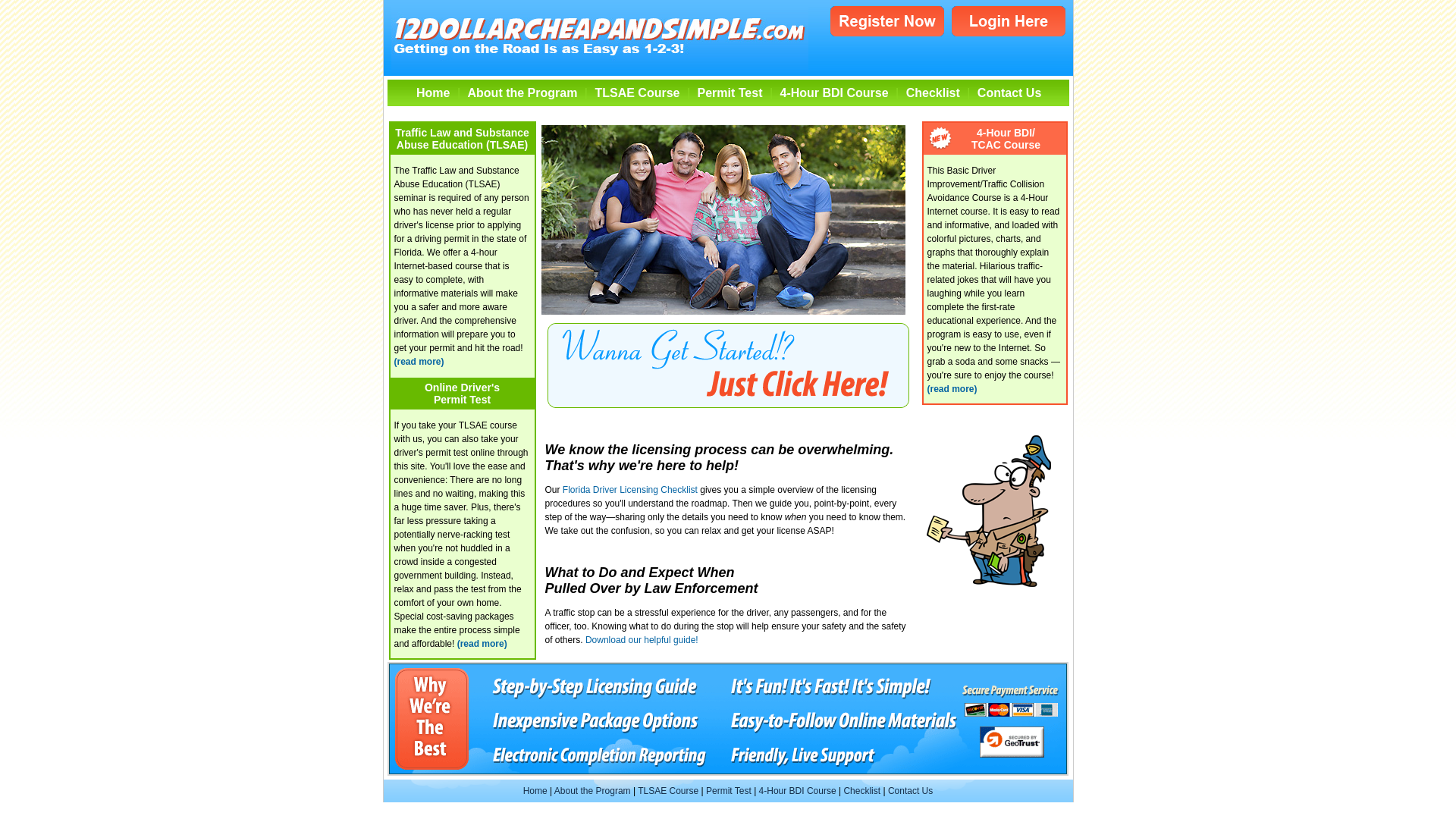  Describe the element at coordinates (482, 643) in the screenshot. I see `'(read more)'` at that location.